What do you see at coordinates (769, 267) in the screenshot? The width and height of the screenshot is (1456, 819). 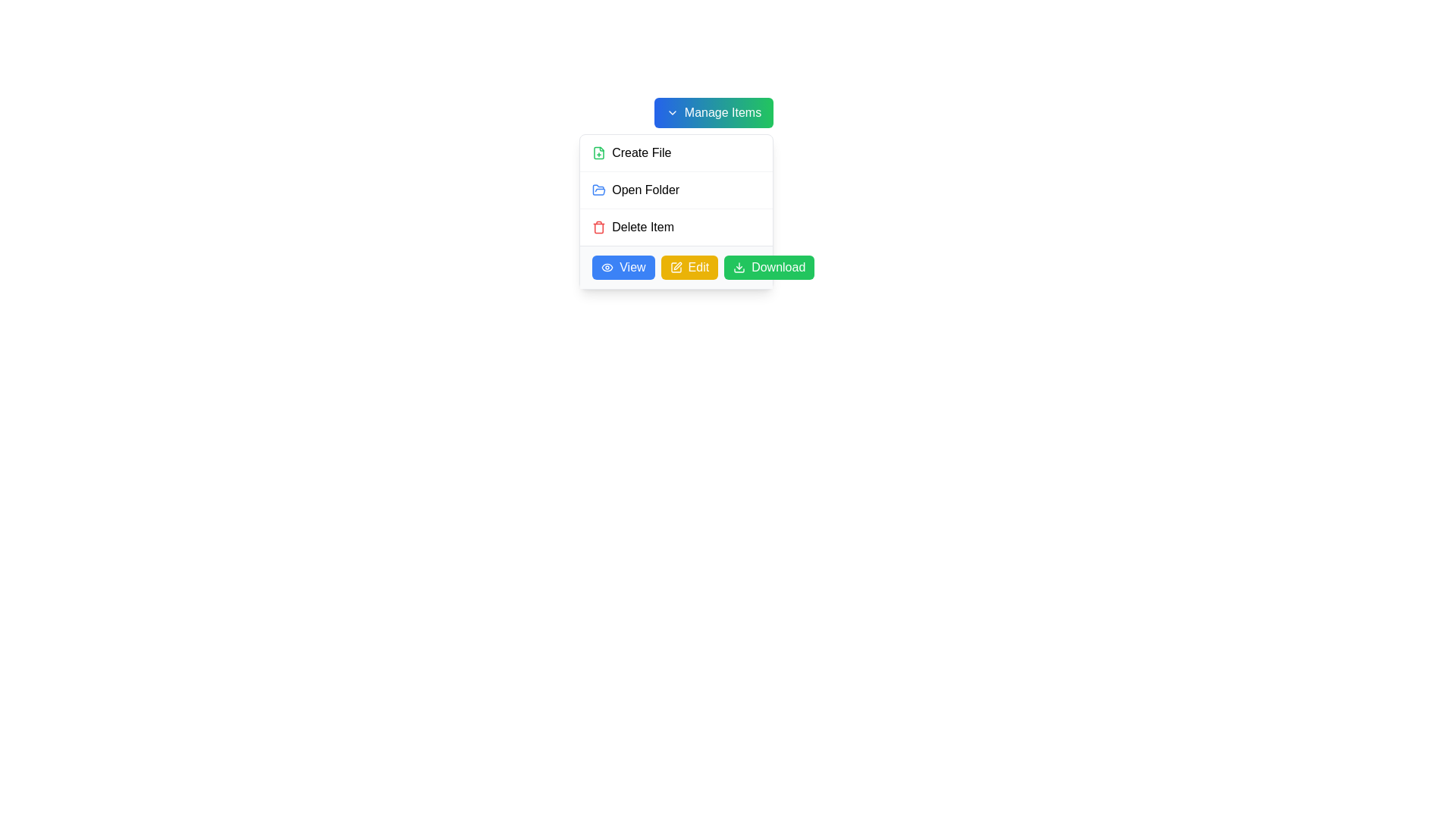 I see `the 'Download' button, which is the third button in a horizontal row at the bottom of the panel, to initiate the download process` at bounding box center [769, 267].